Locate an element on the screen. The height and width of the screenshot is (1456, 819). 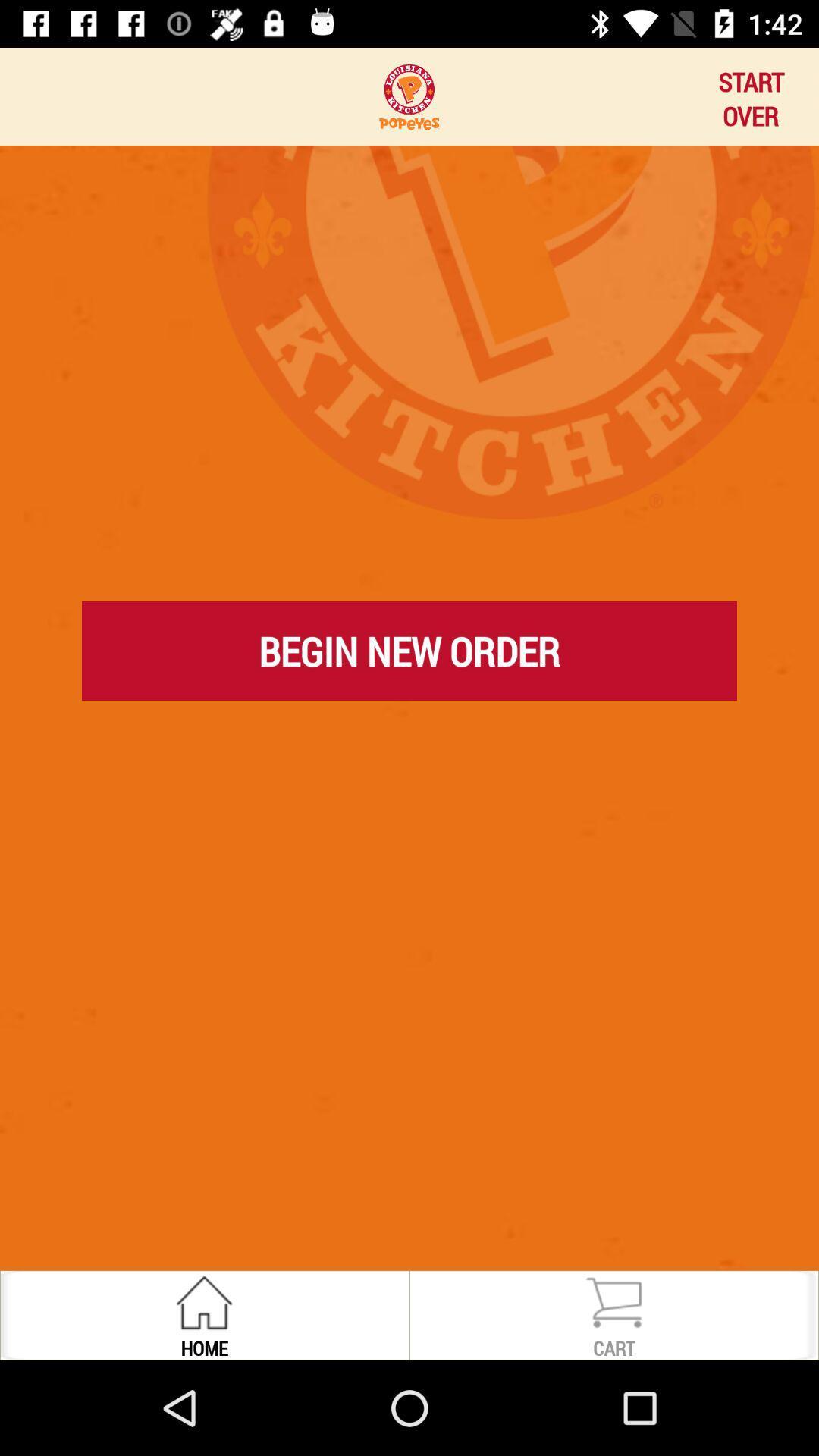
the item below begin new order is located at coordinates (409, 720).